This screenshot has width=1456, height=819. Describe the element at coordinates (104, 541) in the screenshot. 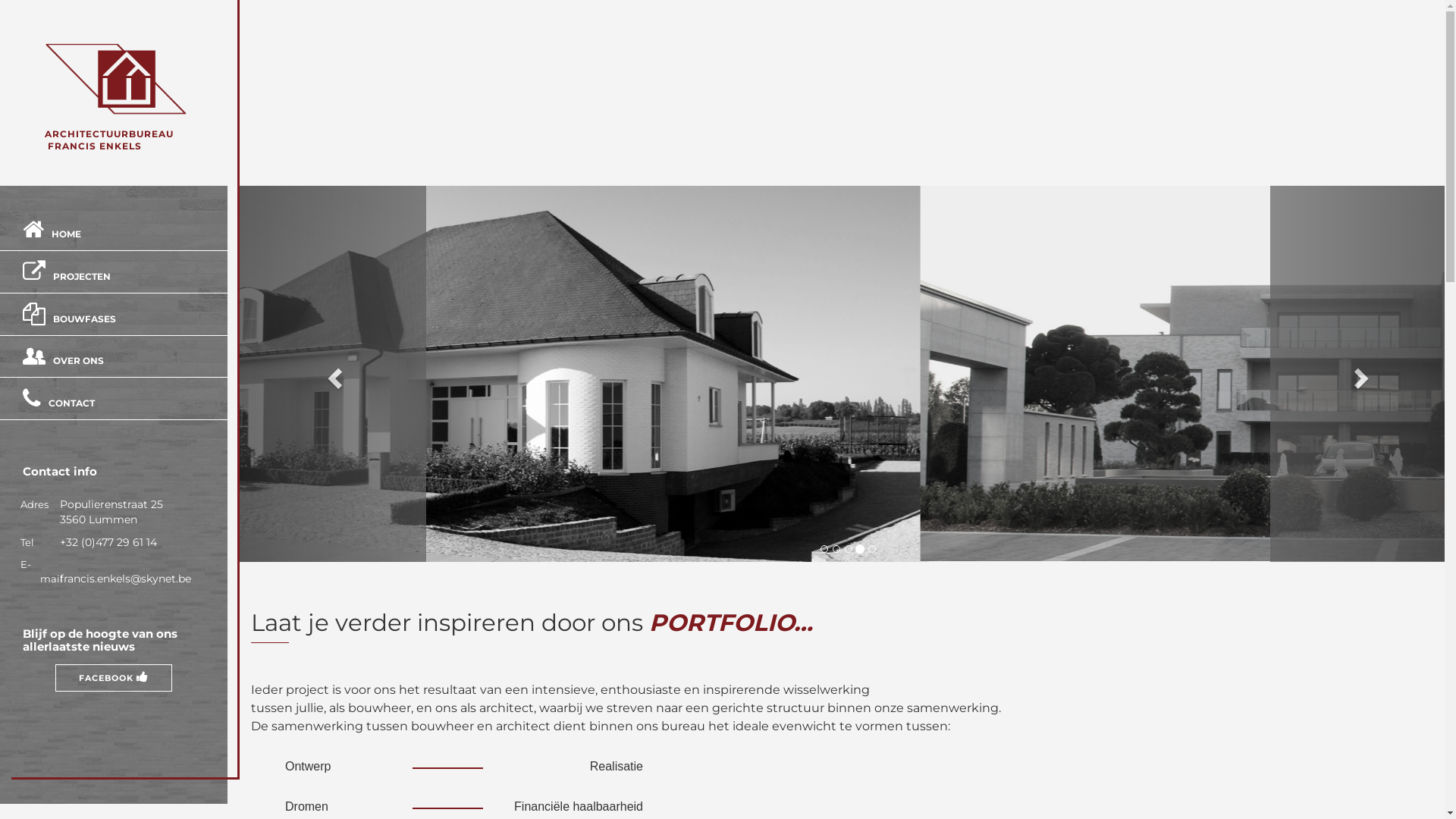

I see `'+32 (0)477 29 61 14'` at that location.